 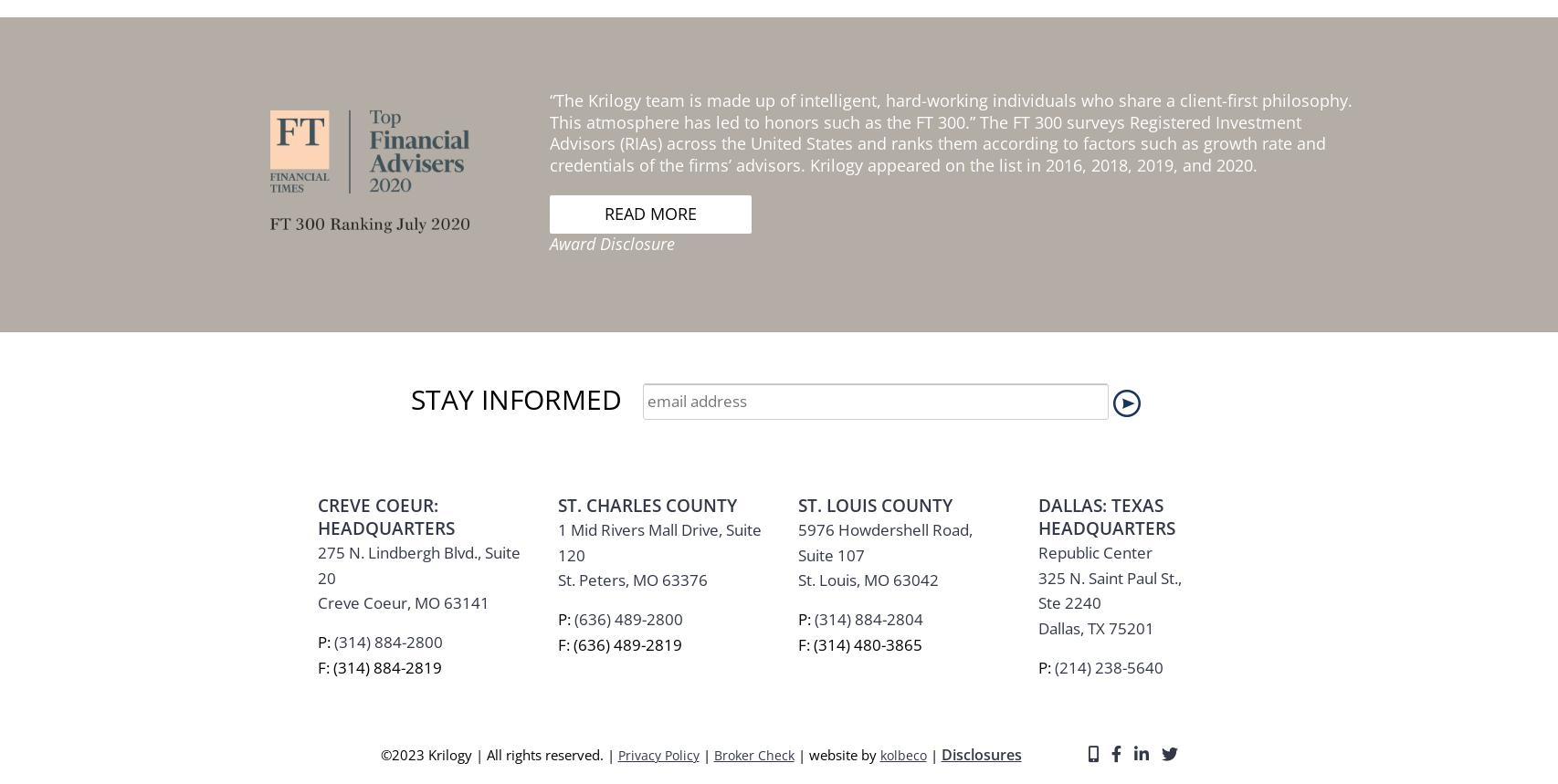 What do you see at coordinates (859, 162) in the screenshot?
I see `'F: (314) 480-3865'` at bounding box center [859, 162].